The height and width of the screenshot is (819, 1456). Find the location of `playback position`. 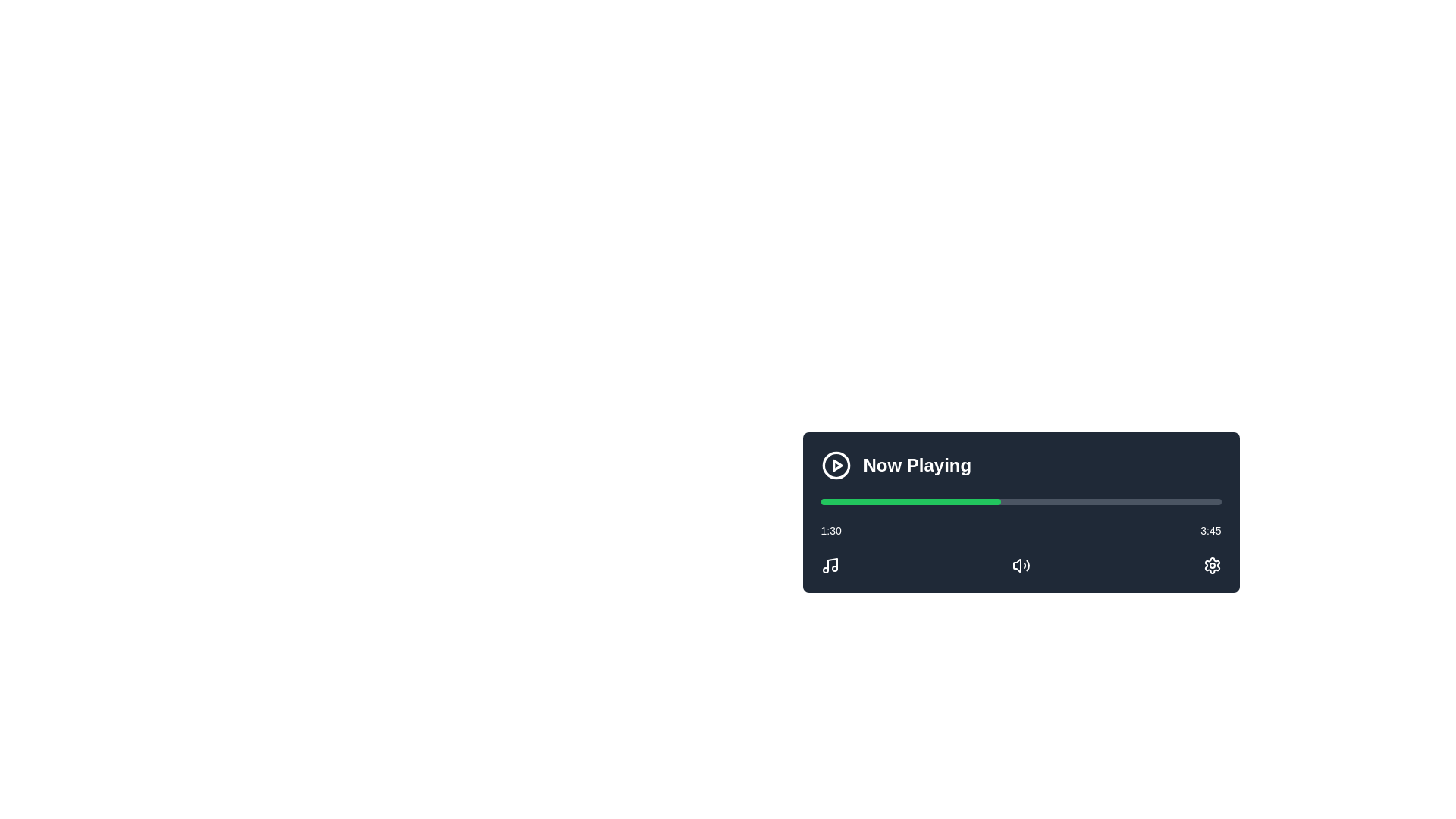

playback position is located at coordinates (928, 502).